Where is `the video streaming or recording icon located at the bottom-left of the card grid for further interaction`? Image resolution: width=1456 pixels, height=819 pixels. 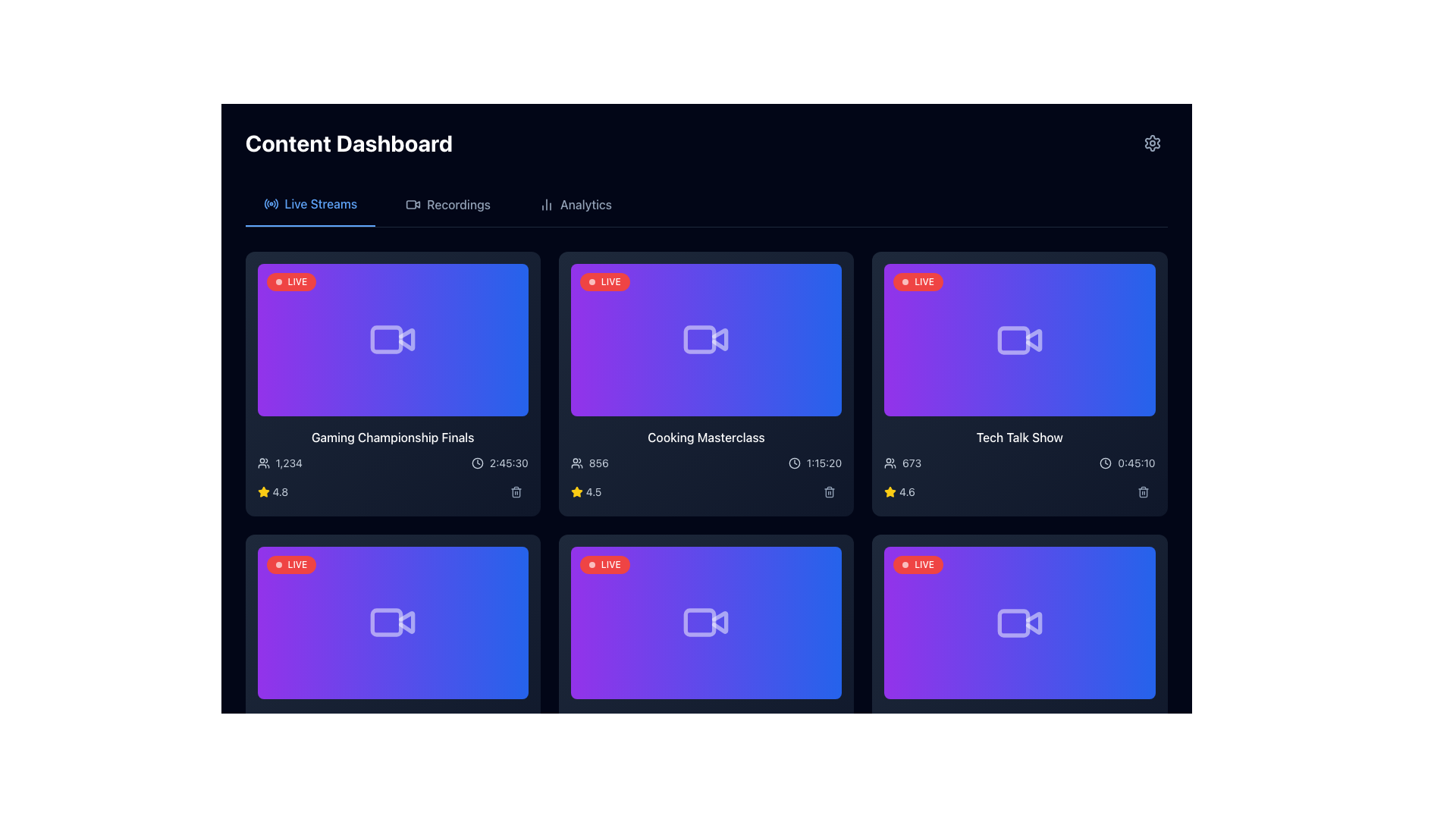
the video streaming or recording icon located at the bottom-left of the card grid for further interaction is located at coordinates (393, 623).